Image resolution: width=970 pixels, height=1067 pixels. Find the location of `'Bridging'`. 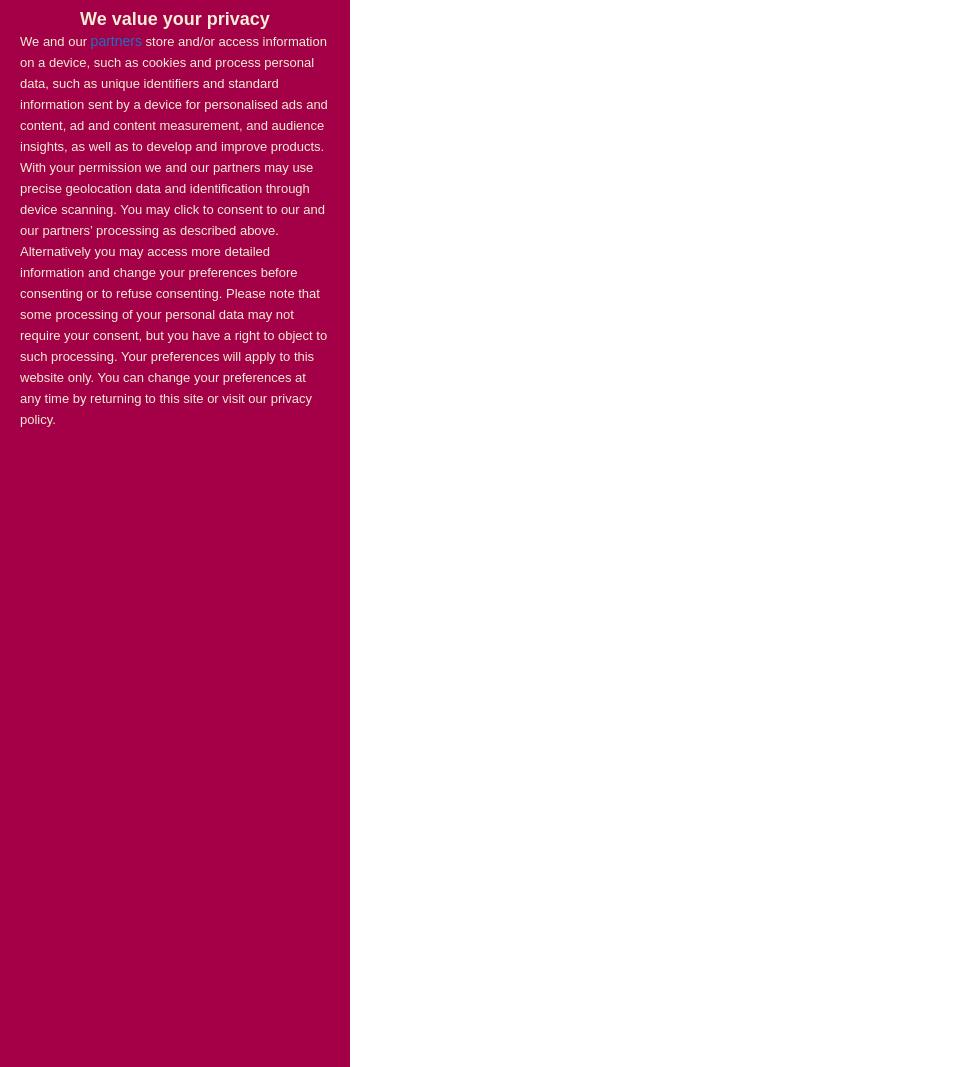

'Bridging' is located at coordinates (48, 136).